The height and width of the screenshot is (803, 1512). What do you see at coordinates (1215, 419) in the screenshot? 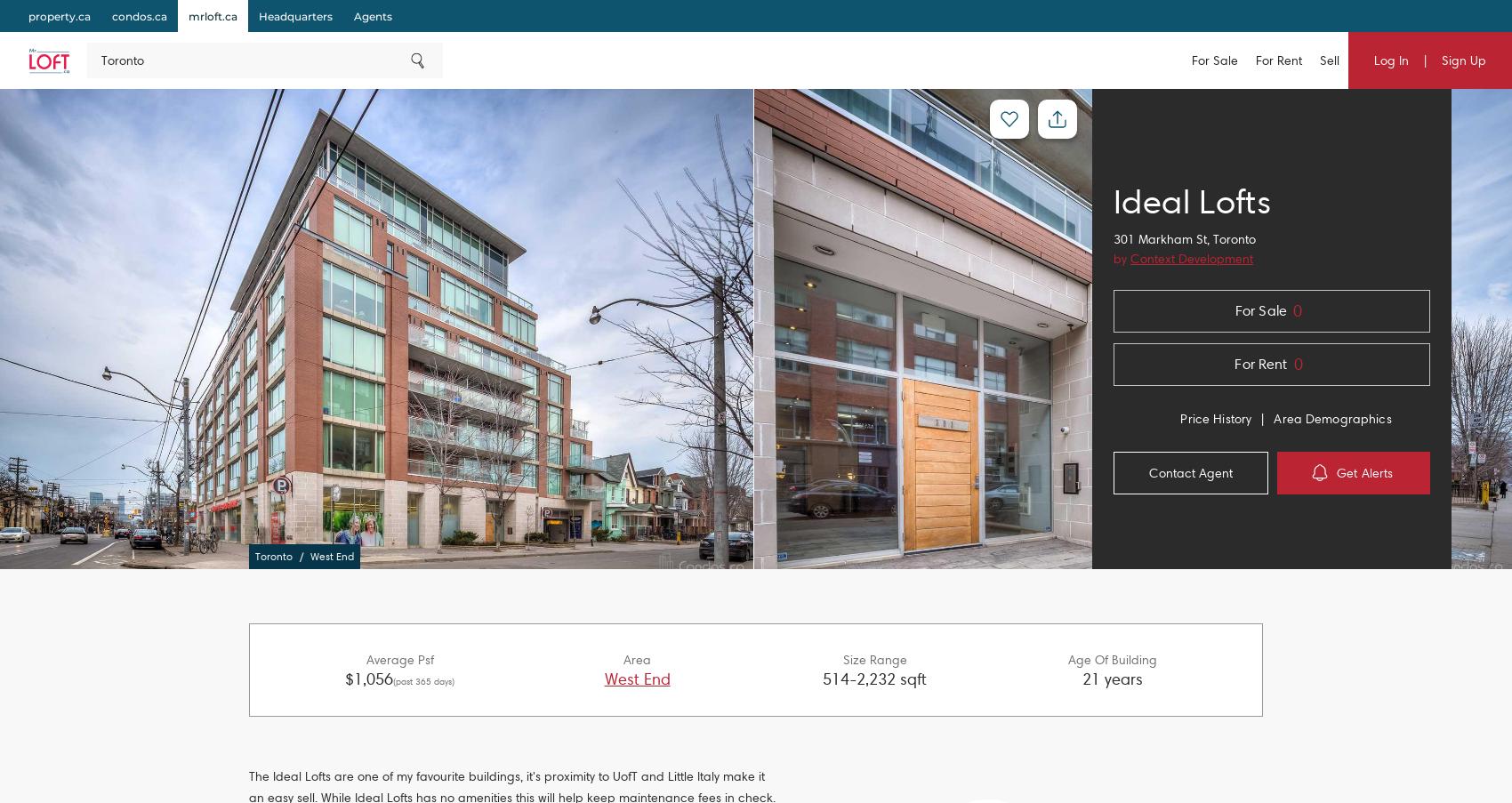
I see `'Price History'` at bounding box center [1215, 419].